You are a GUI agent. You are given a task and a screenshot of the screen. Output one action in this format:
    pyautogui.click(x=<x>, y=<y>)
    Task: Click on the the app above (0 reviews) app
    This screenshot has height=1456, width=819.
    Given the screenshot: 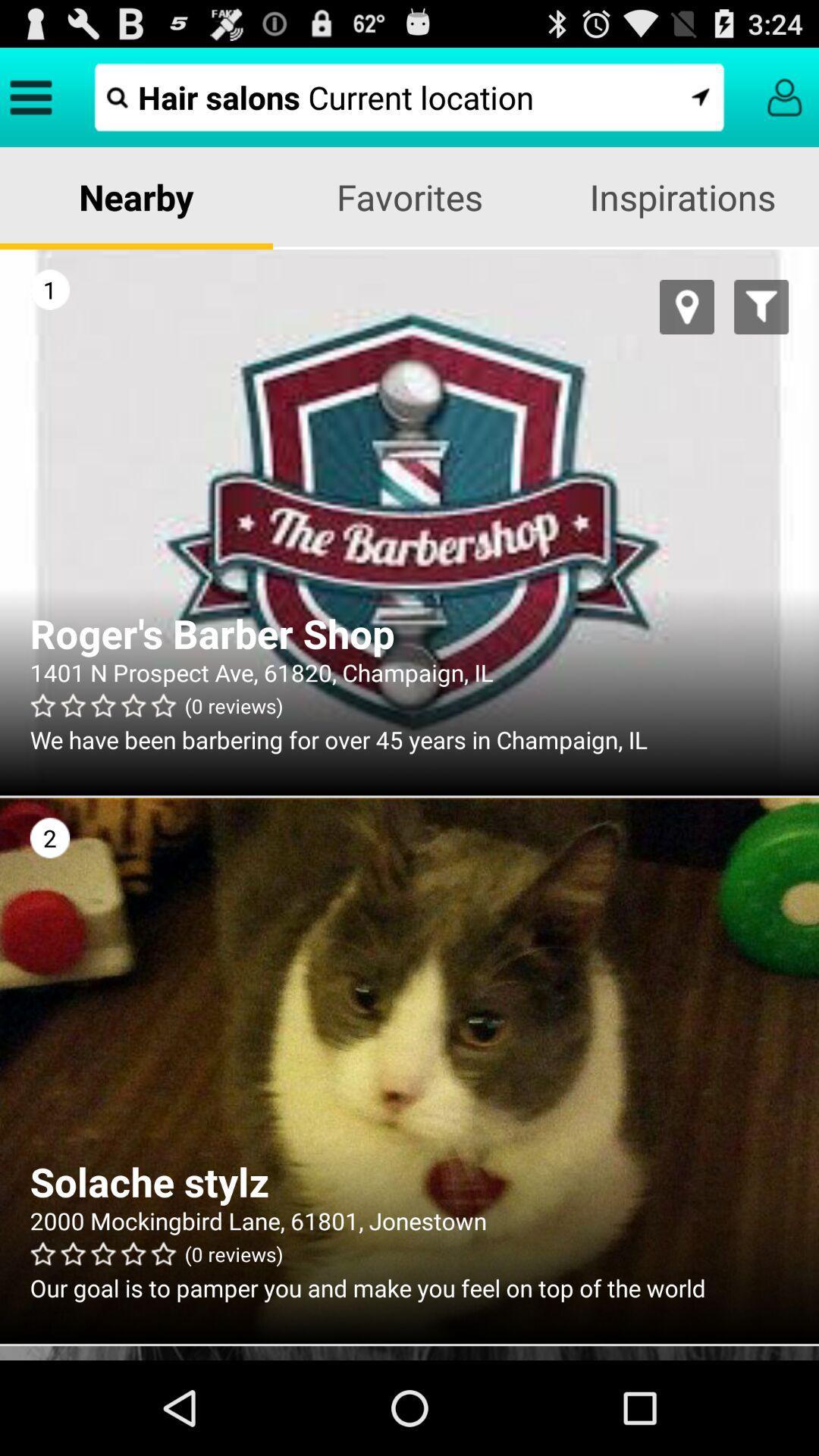 What is the action you would take?
    pyautogui.click(x=409, y=633)
    